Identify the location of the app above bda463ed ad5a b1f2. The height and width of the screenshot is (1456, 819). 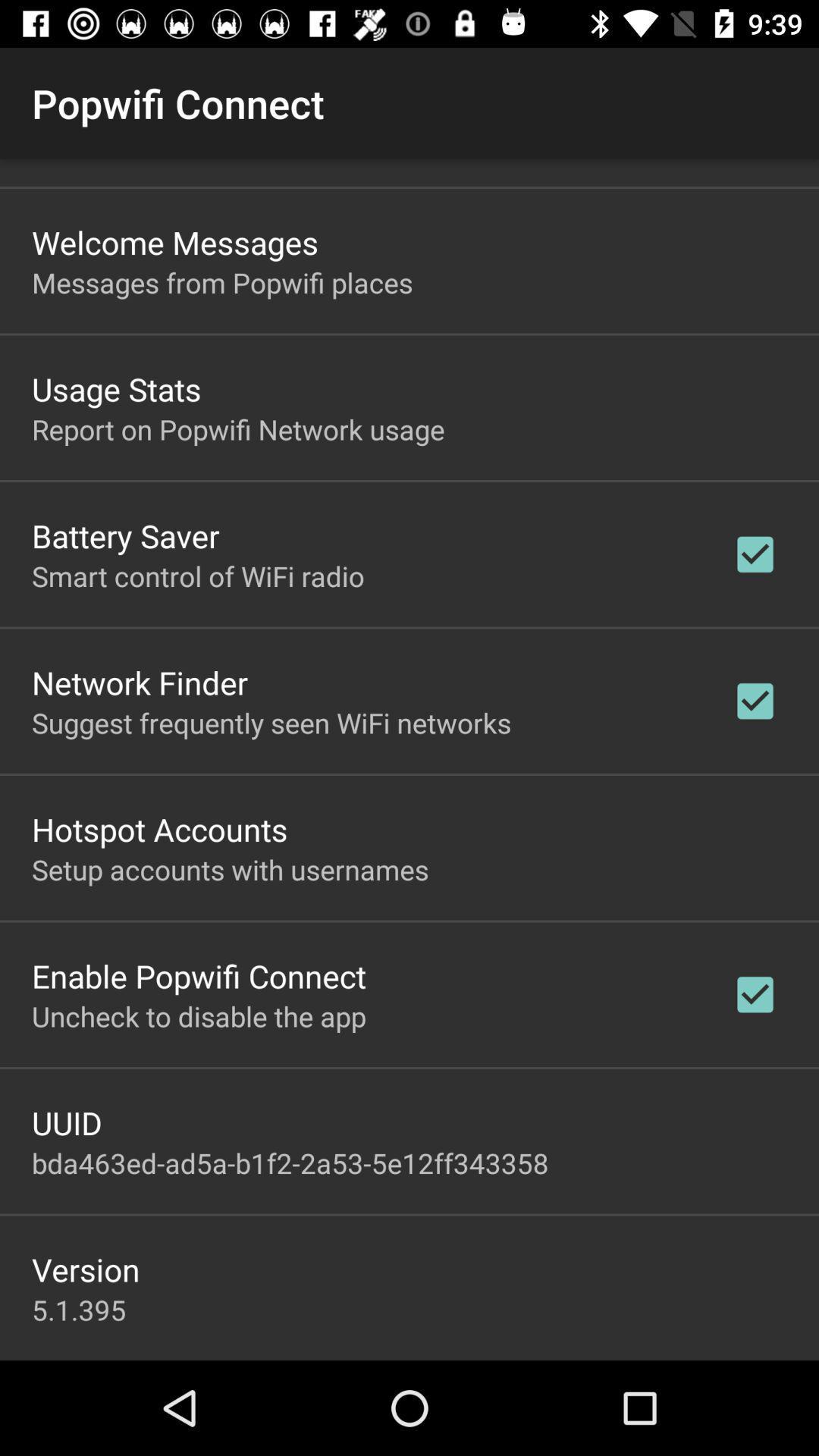
(66, 1122).